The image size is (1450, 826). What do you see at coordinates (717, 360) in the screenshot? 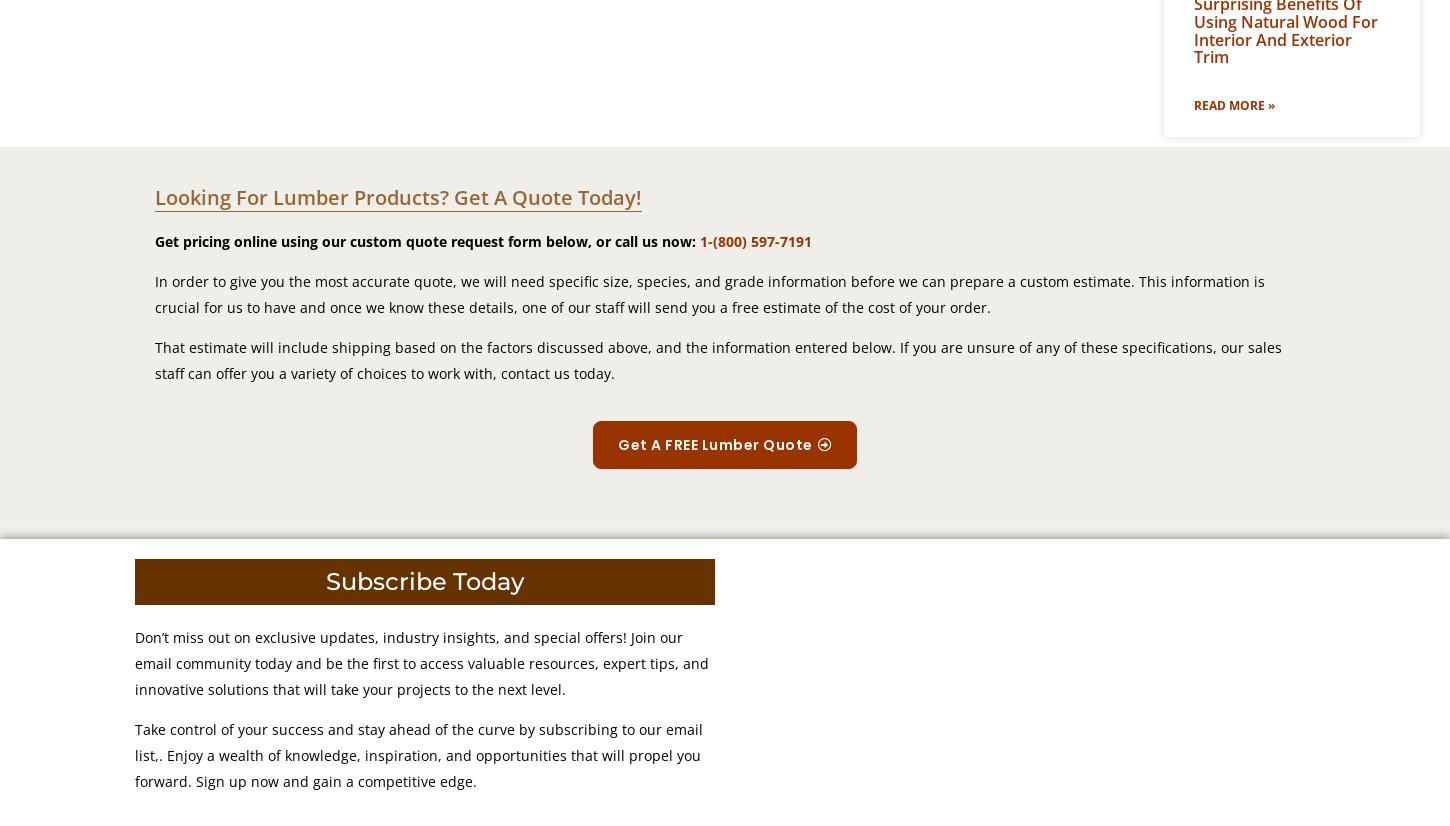
I see `'That estimate will include shipping based on the factors discussed above, and the information entered below. If you are unsure of any of these specifications, our sales staff can offer you a variety of choices to work with, contact us today.'` at bounding box center [717, 360].